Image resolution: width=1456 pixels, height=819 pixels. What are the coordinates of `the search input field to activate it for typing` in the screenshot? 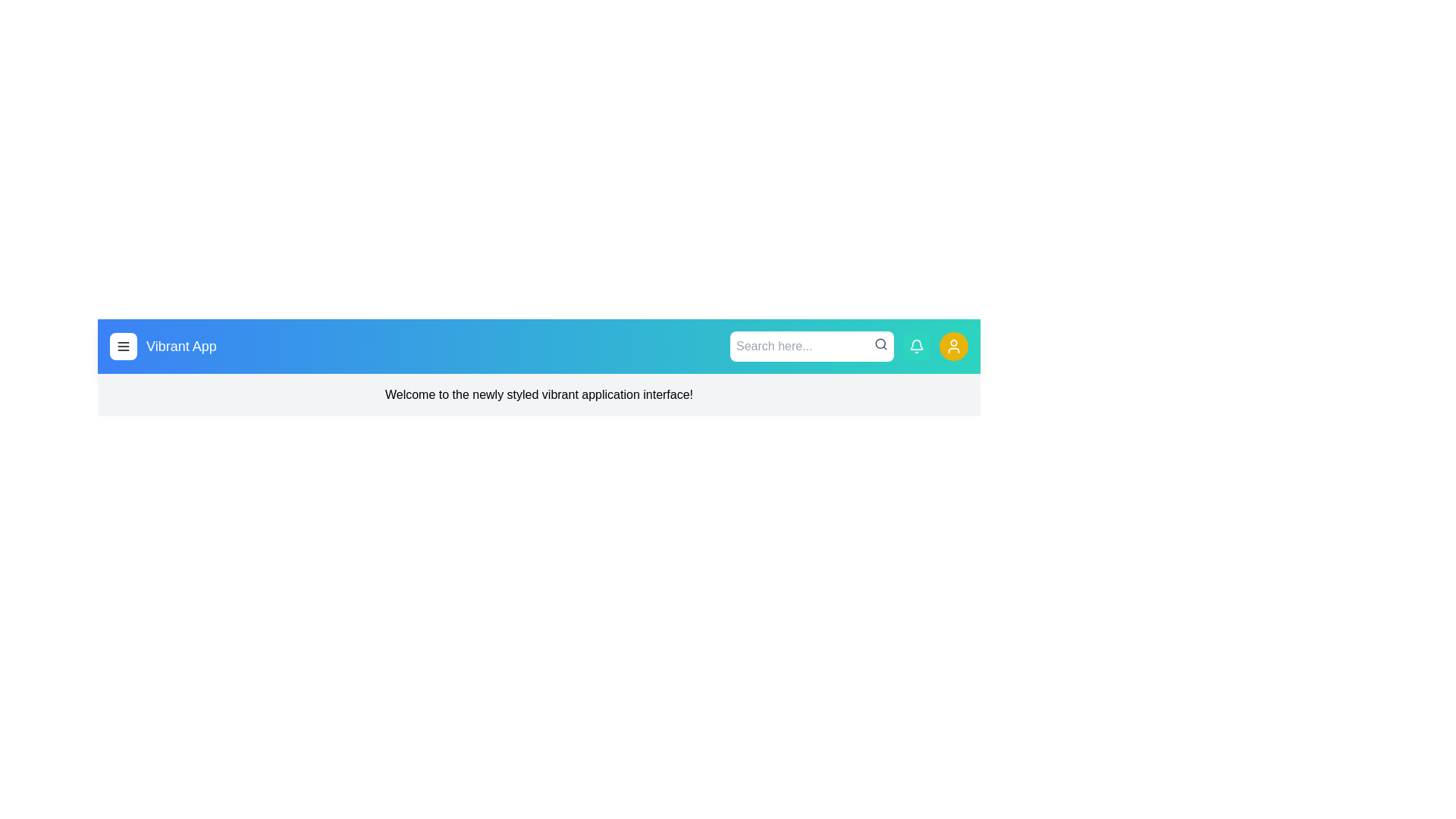 It's located at (811, 346).